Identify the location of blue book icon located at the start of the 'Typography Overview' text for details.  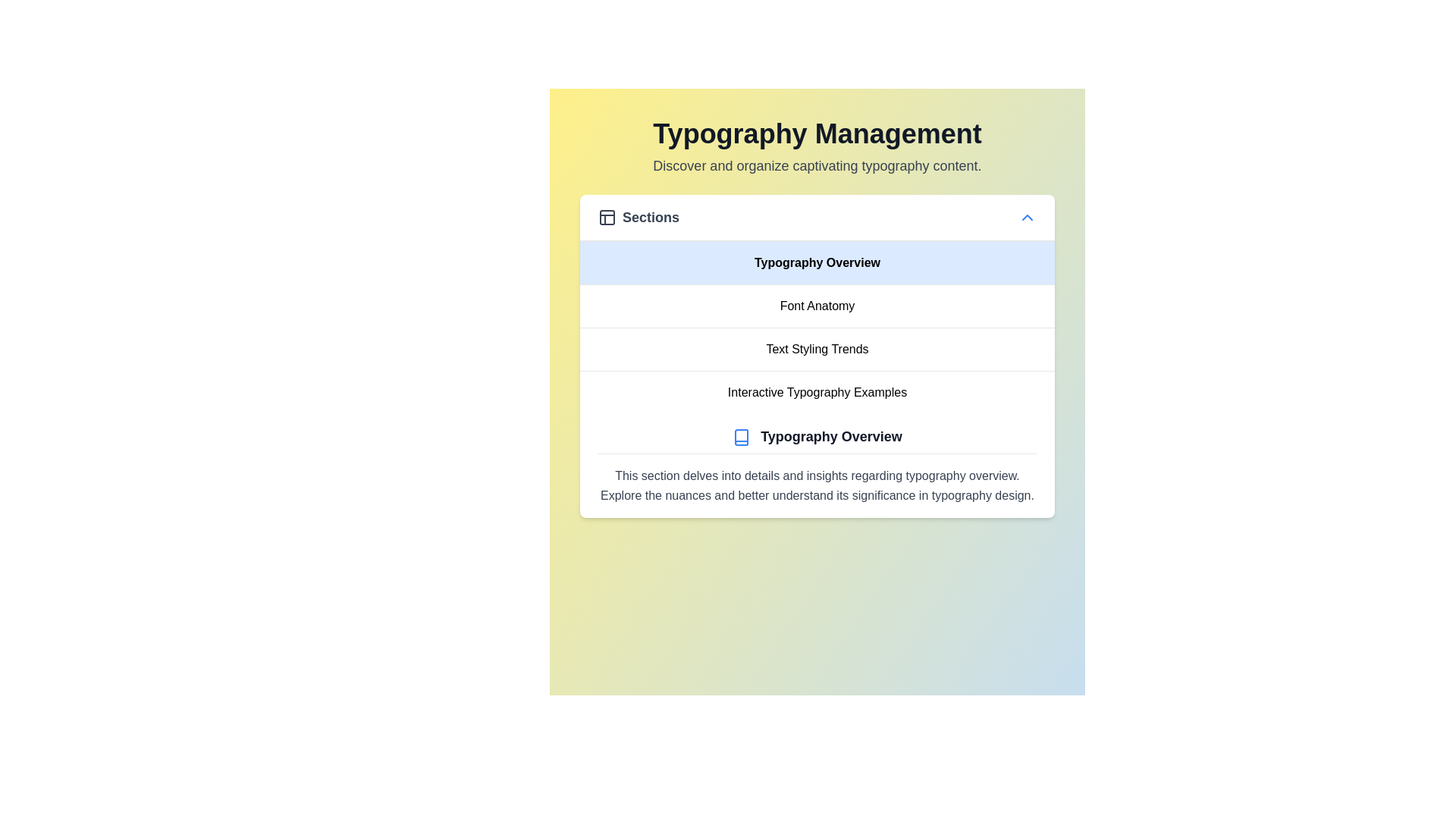
(742, 438).